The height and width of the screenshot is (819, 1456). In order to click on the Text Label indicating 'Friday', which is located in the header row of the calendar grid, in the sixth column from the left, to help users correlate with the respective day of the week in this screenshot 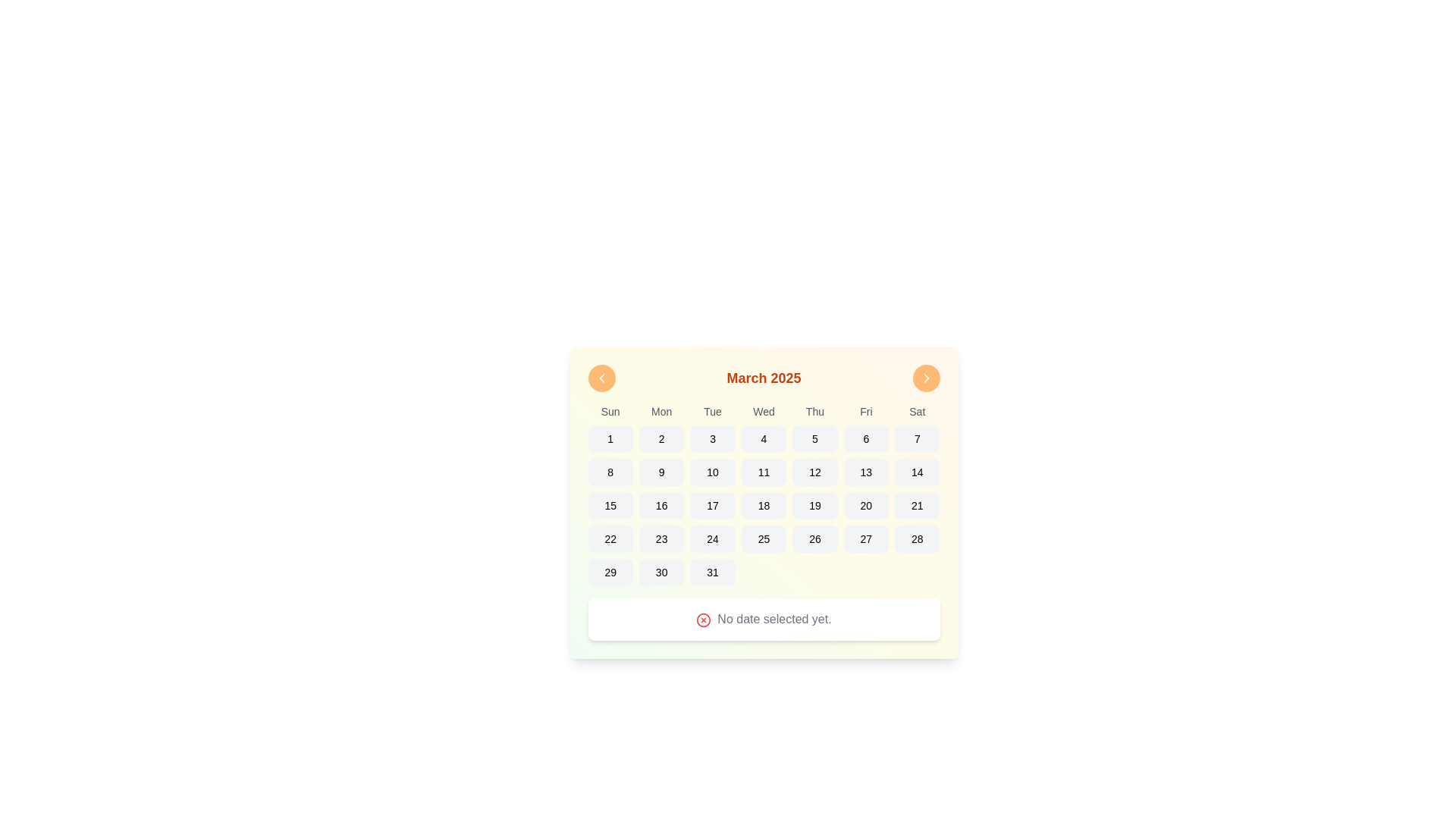, I will do `click(866, 412)`.